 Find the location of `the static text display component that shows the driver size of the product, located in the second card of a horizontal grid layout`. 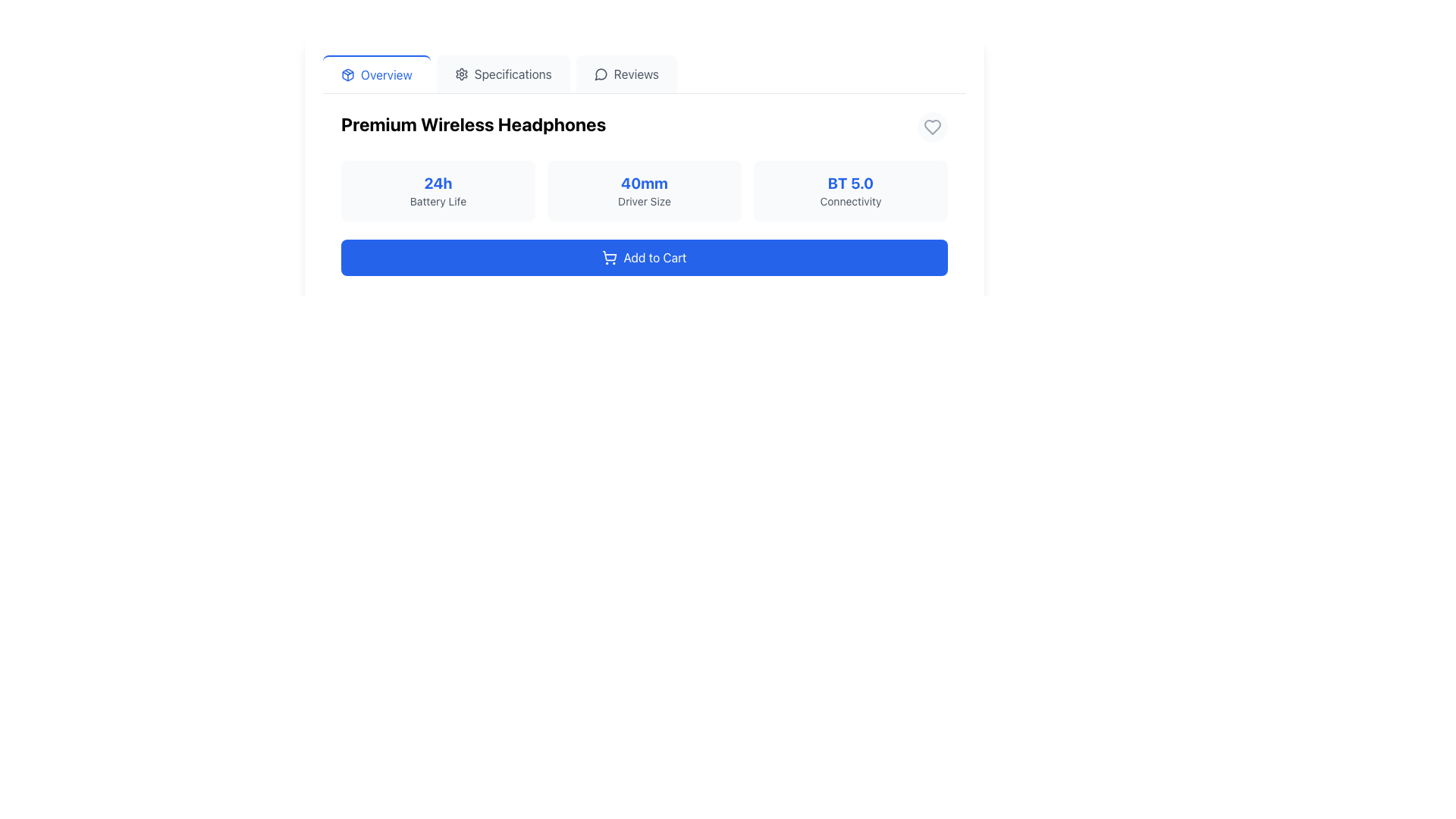

the static text display component that shows the driver size of the product, located in the second card of a horizontal grid layout is located at coordinates (644, 190).